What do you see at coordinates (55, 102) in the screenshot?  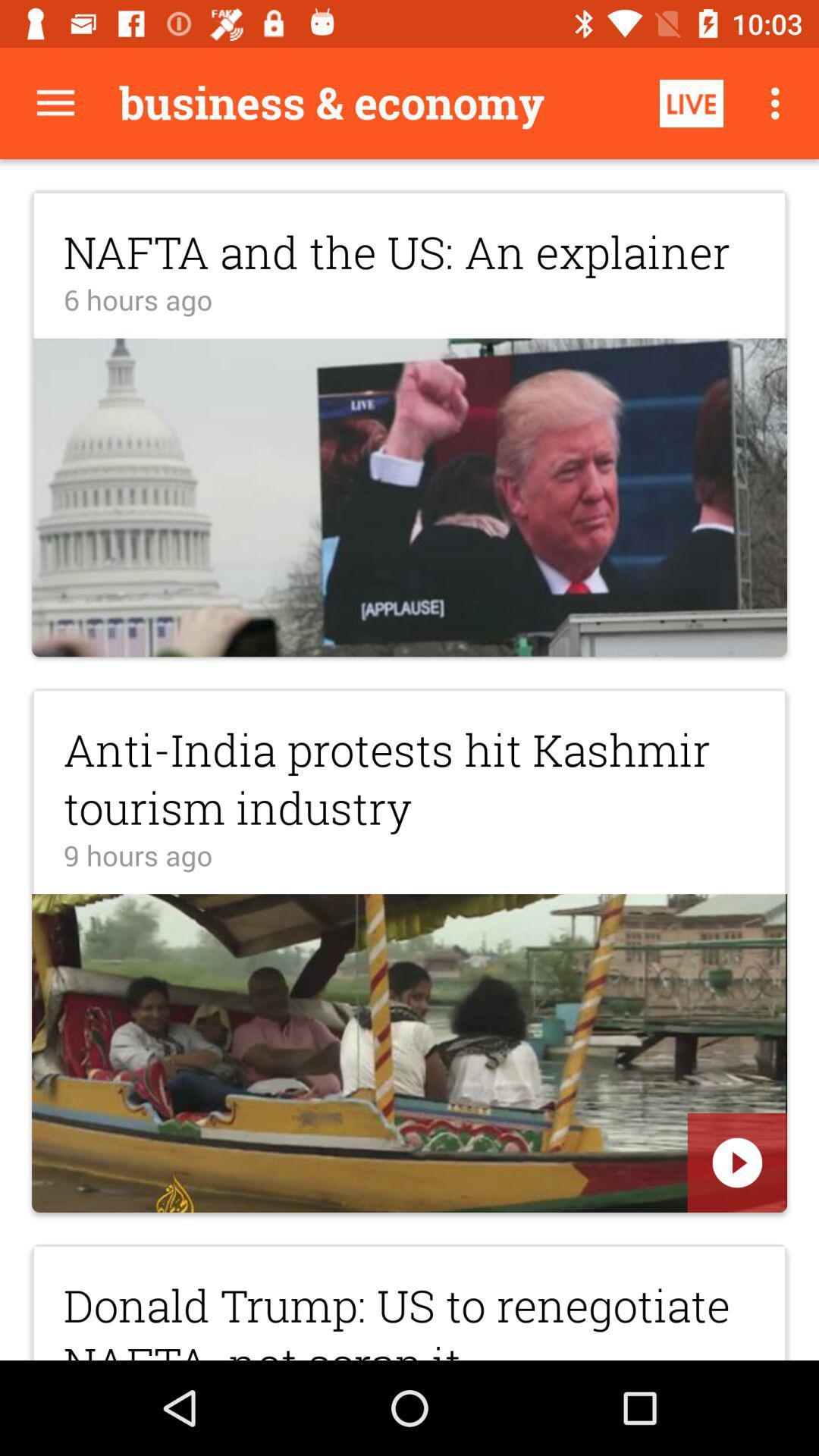 I see `show menu` at bounding box center [55, 102].